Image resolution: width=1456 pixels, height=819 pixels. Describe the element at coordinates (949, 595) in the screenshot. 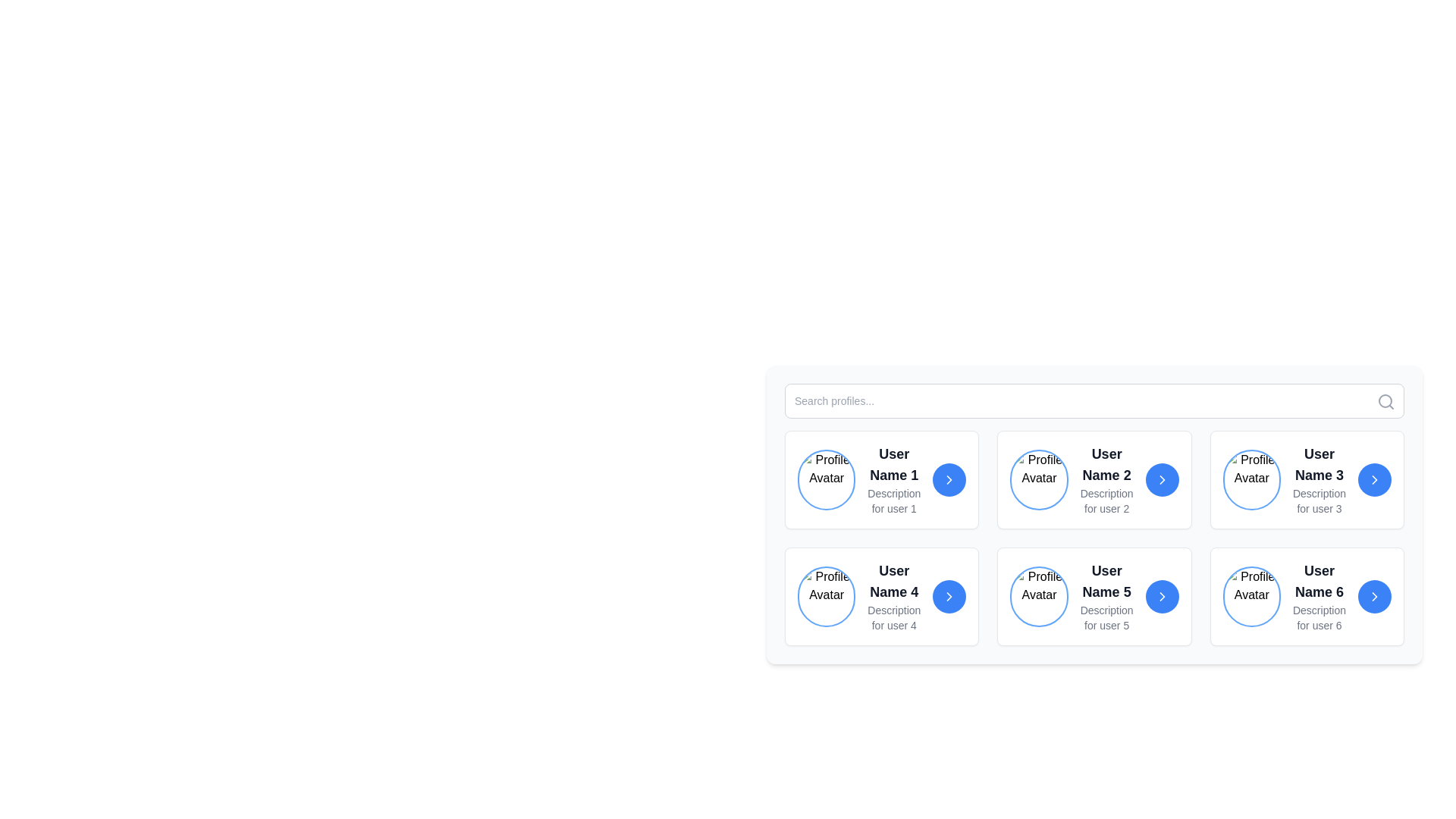

I see `the chevron icon located within the card for 'User Name 4', positioned in the second row and first column of the grid, aligned to the right side of the card, nested within a blue circular button` at that location.